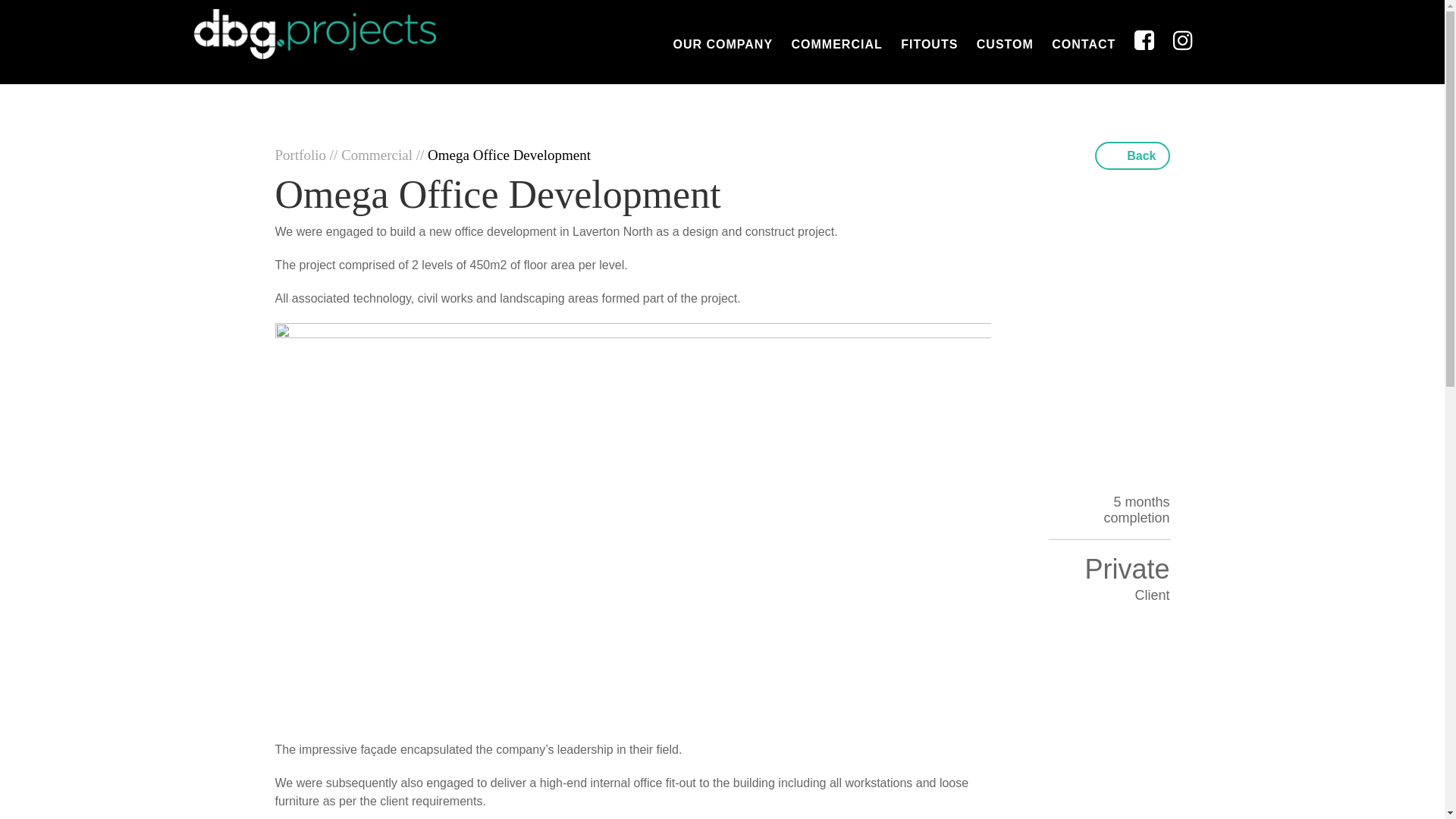 The image size is (1456, 819). I want to click on 'OUR COMPANY', so click(722, 45).